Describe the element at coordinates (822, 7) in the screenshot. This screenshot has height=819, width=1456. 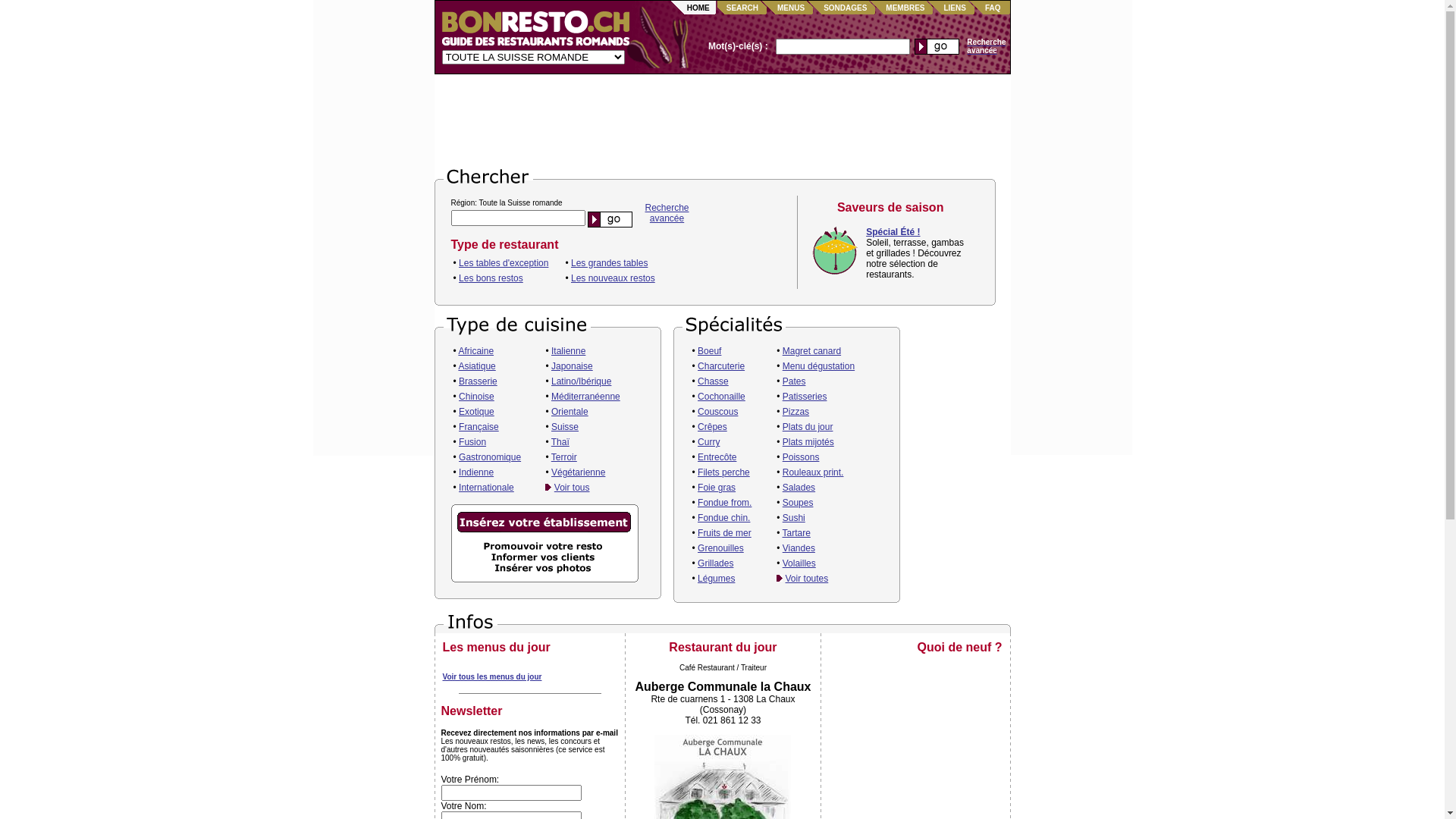
I see `'SONDAGES'` at that location.